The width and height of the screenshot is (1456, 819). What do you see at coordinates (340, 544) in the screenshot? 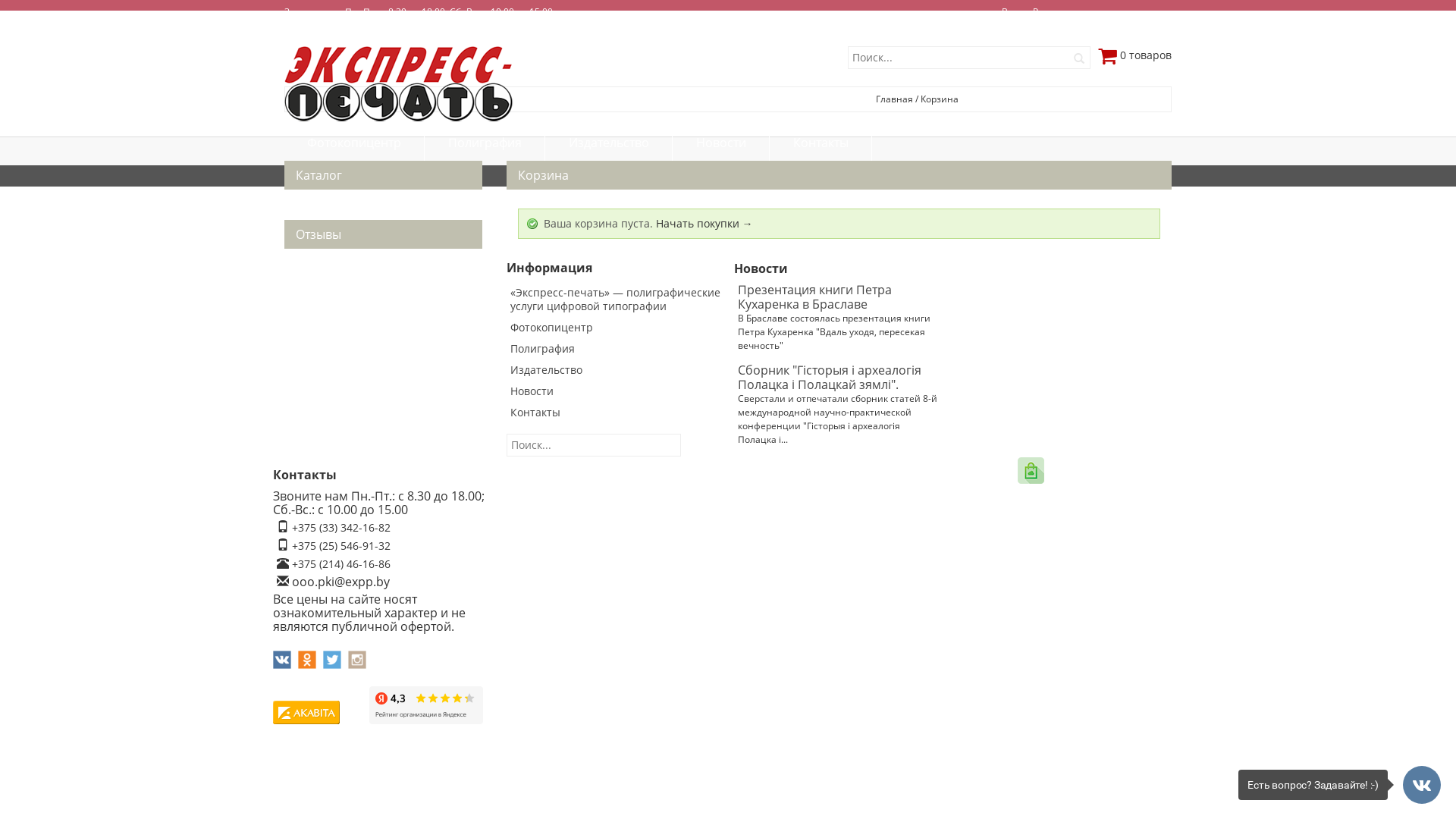
I see `'+375 (25) 546-91-32'` at bounding box center [340, 544].